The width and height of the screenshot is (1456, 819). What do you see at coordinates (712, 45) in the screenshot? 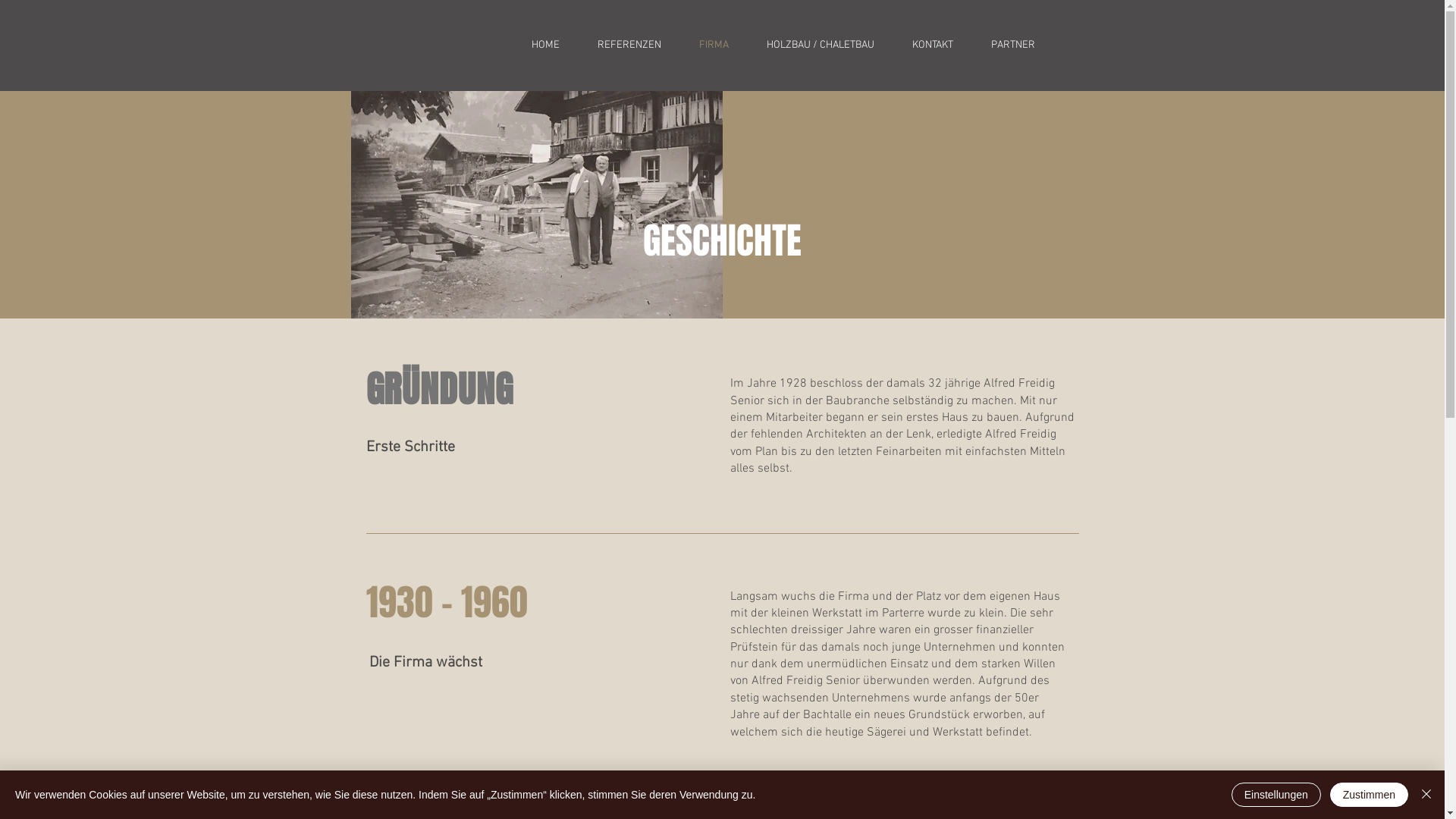
I see `'FIRMA'` at bounding box center [712, 45].